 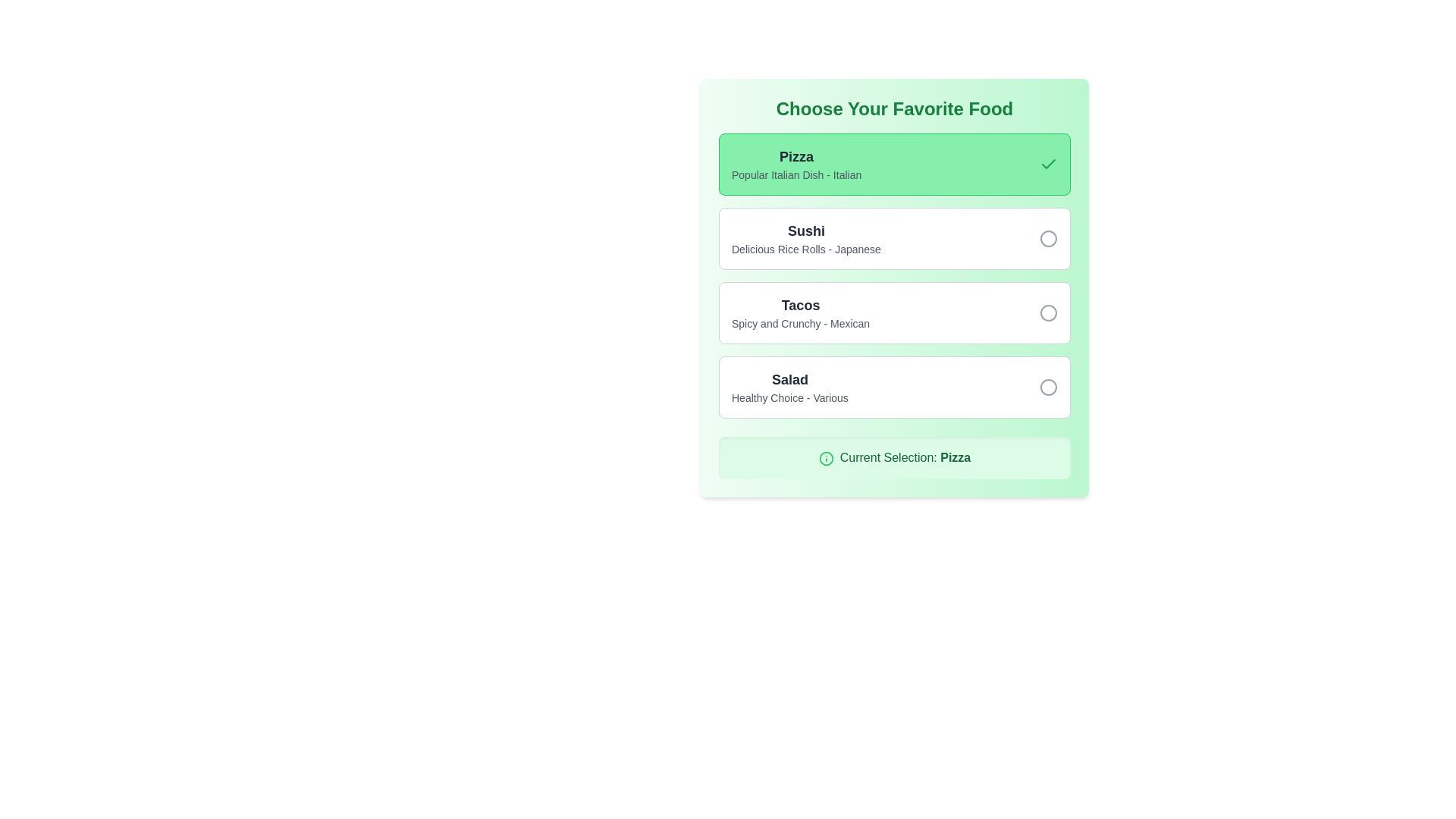 I want to click on the static text element displaying the word 'Pizza', which is styled with large, bold text on a green background, located at the upper-left portion of the card interface, so click(x=795, y=157).